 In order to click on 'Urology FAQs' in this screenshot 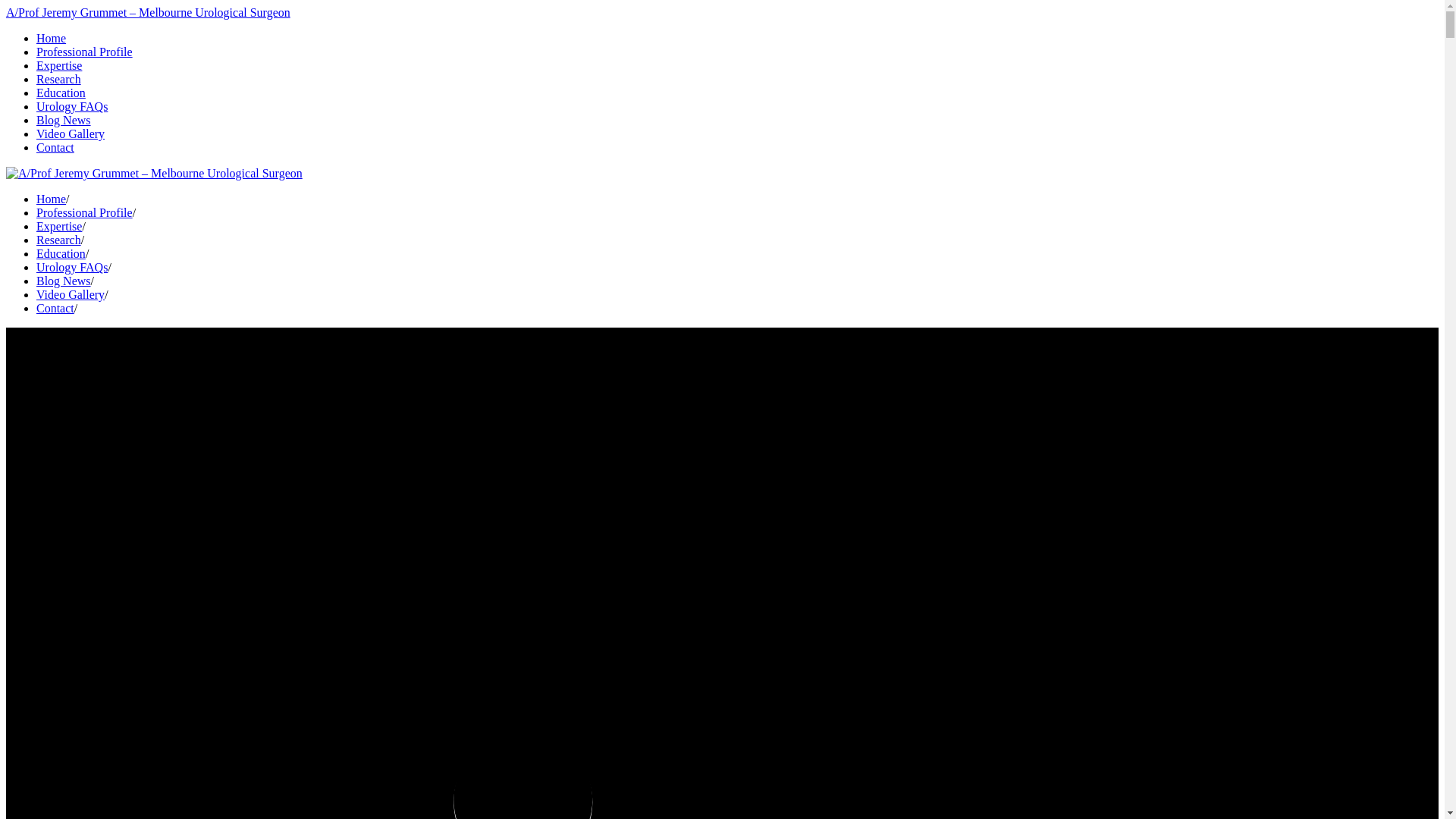, I will do `click(36, 266)`.